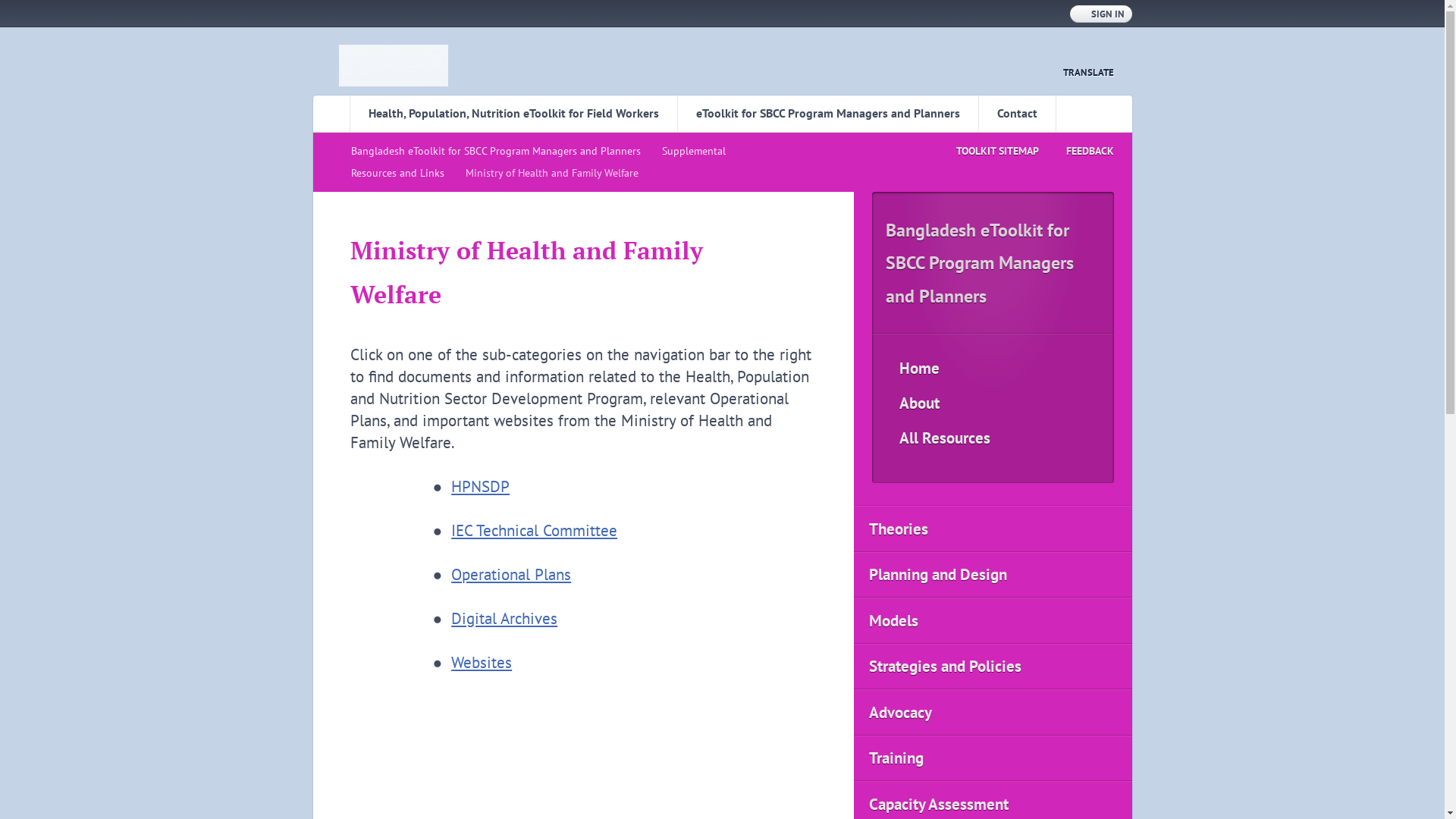 The image size is (1456, 819). I want to click on 'About', so click(993, 403).